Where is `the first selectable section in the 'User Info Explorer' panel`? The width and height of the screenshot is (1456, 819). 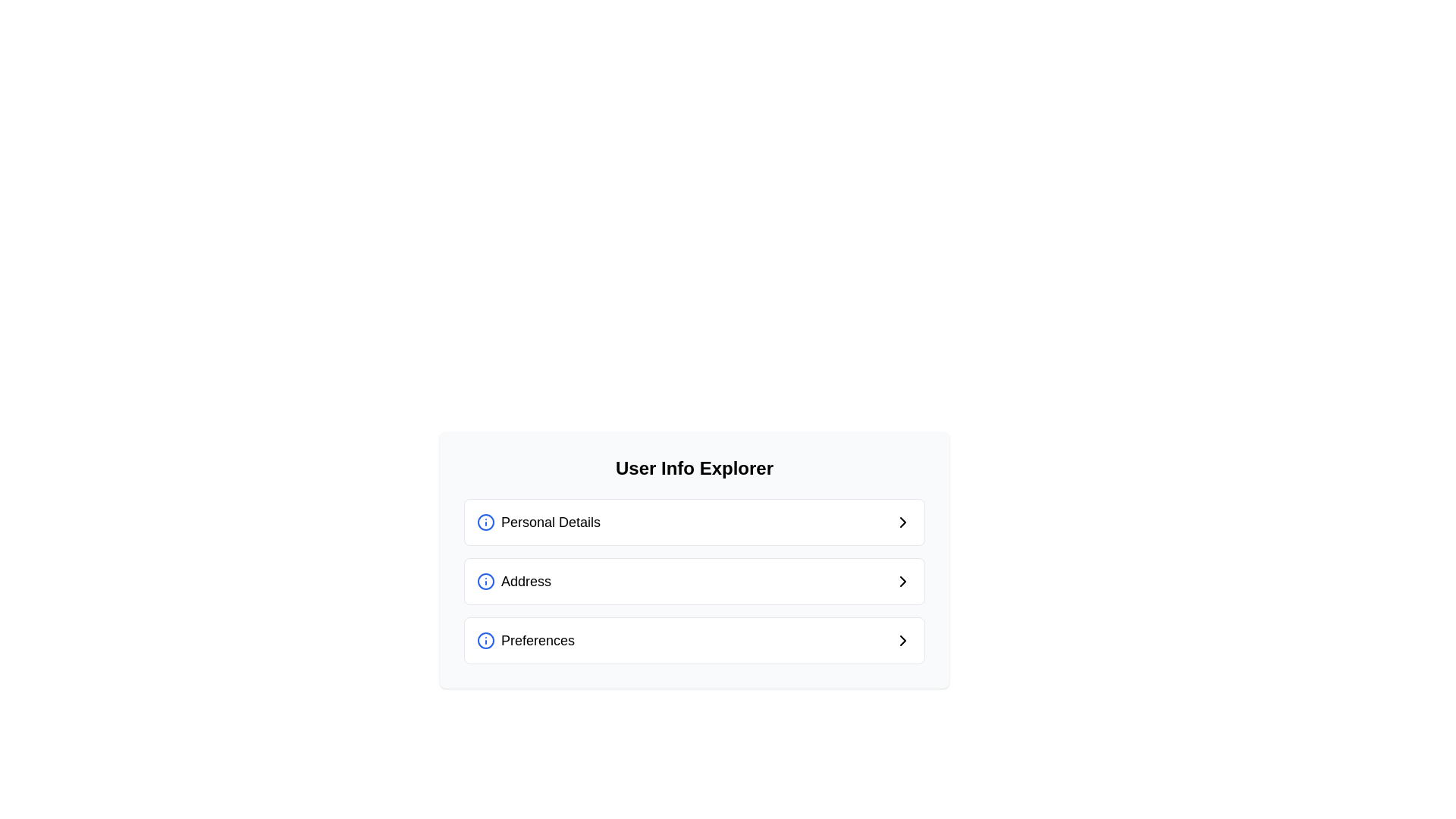 the first selectable section in the 'User Info Explorer' panel is located at coordinates (694, 522).